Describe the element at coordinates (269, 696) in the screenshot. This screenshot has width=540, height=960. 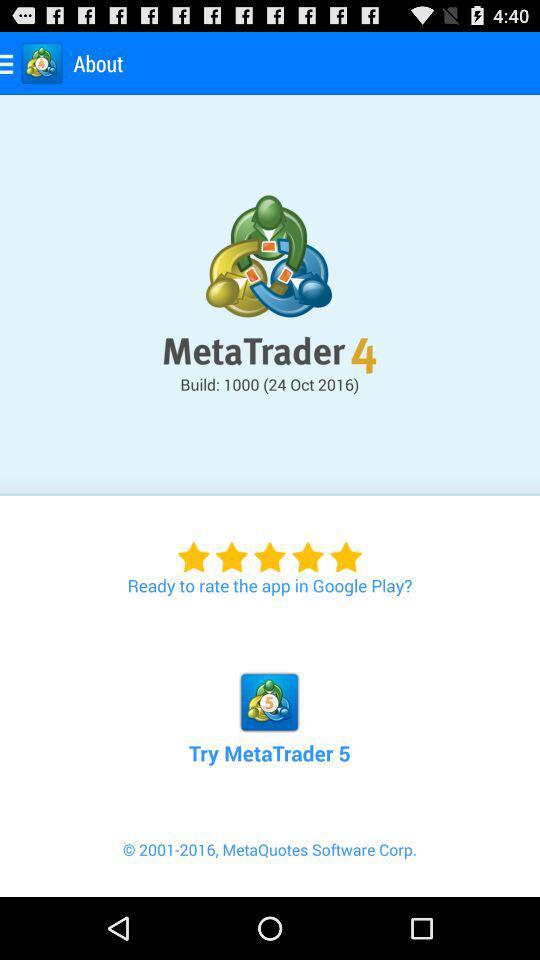
I see `the icon above the 2001 2016 metaquotes icon` at that location.